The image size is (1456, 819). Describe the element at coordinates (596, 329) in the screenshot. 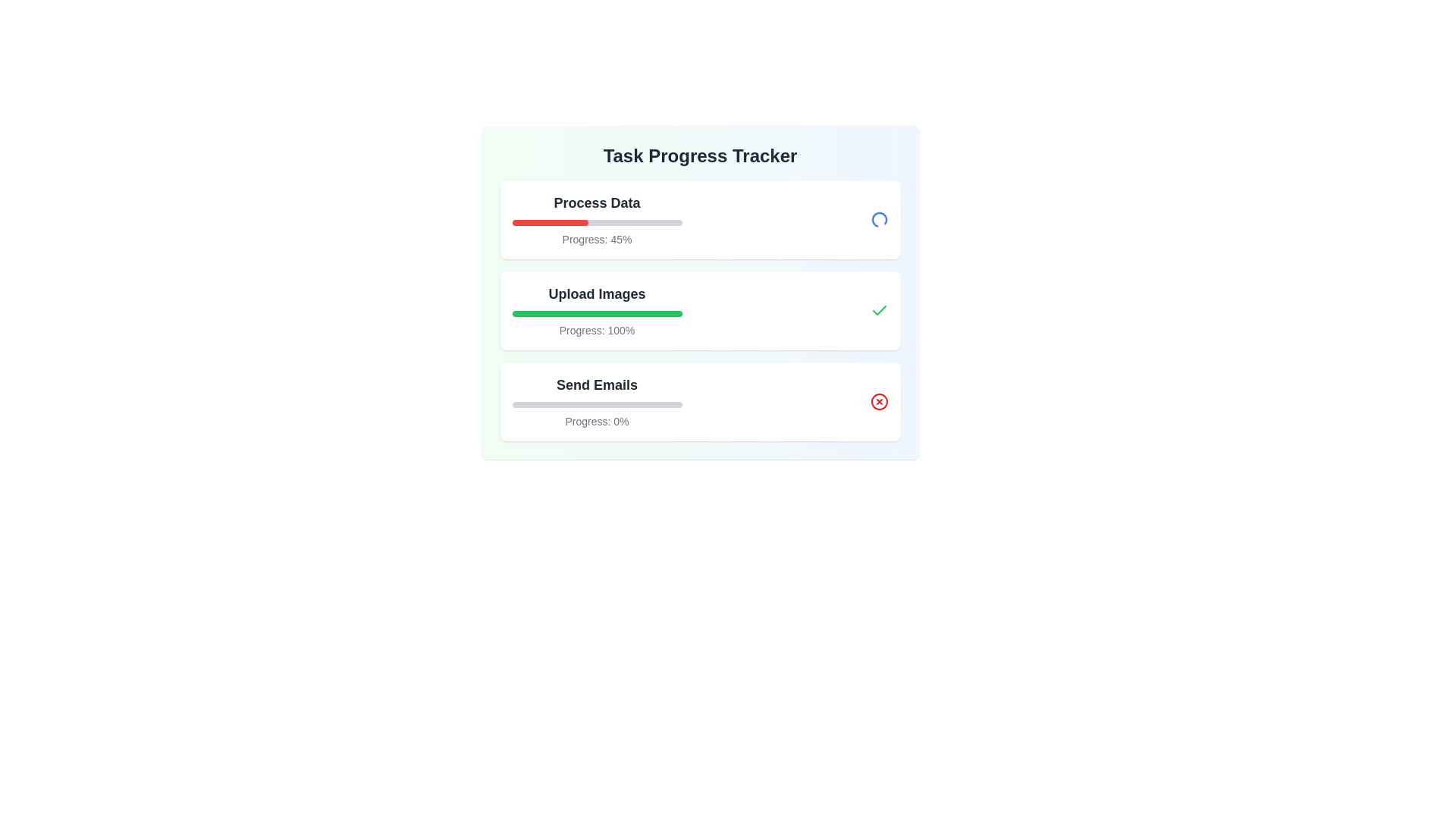

I see `the static text label displaying 'Progress: 100%' located beneath the green progress bar in the 'Upload Images' section` at that location.